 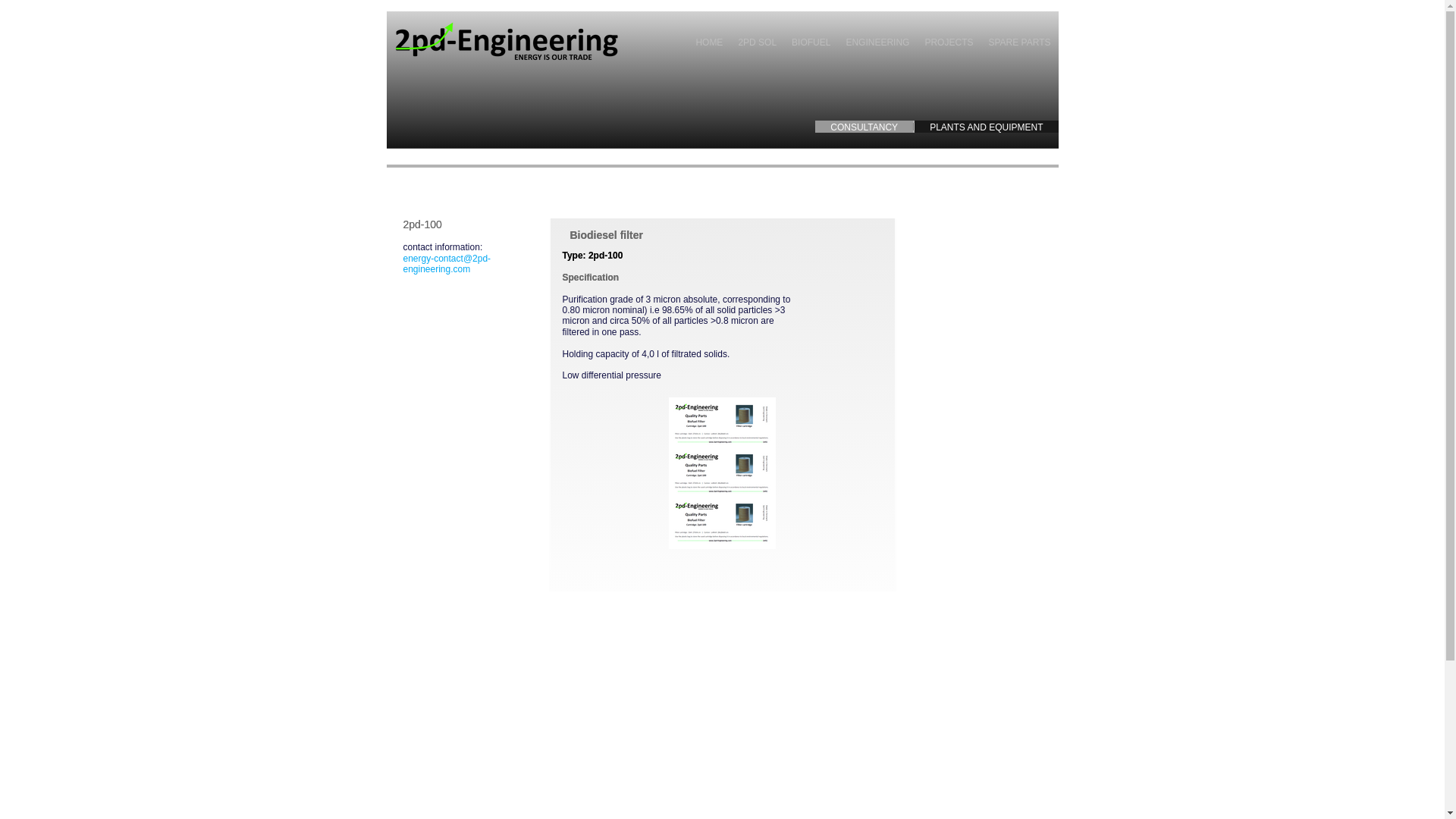 I want to click on 'PLANTS AND EQUIPMENT', so click(x=913, y=125).